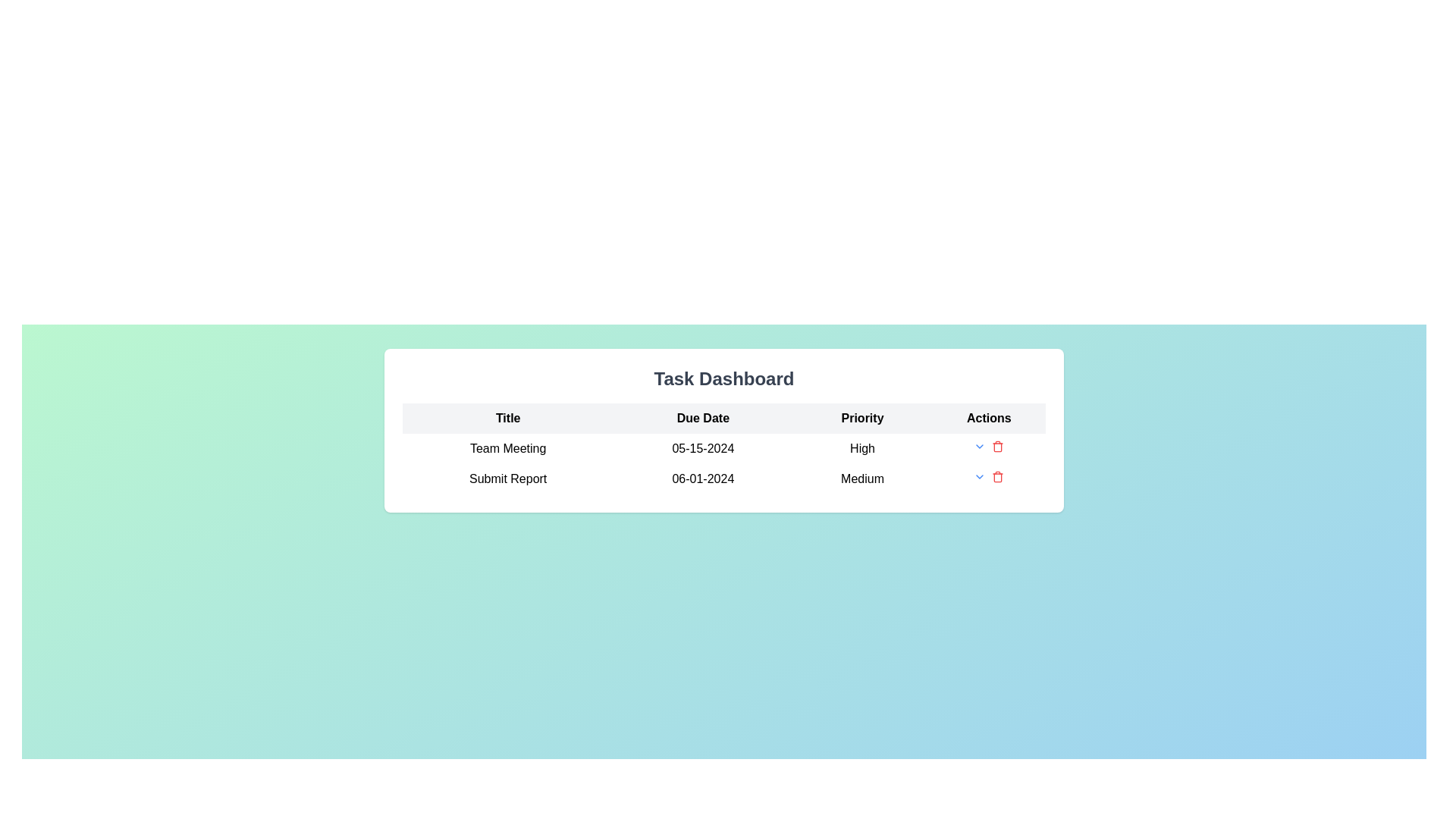 The image size is (1456, 819). I want to click on the 'Priority' text label in the table header, which is styled with a bold font and centered alignment, located in the third column between 'Due Date' and 'Actions', so click(862, 418).